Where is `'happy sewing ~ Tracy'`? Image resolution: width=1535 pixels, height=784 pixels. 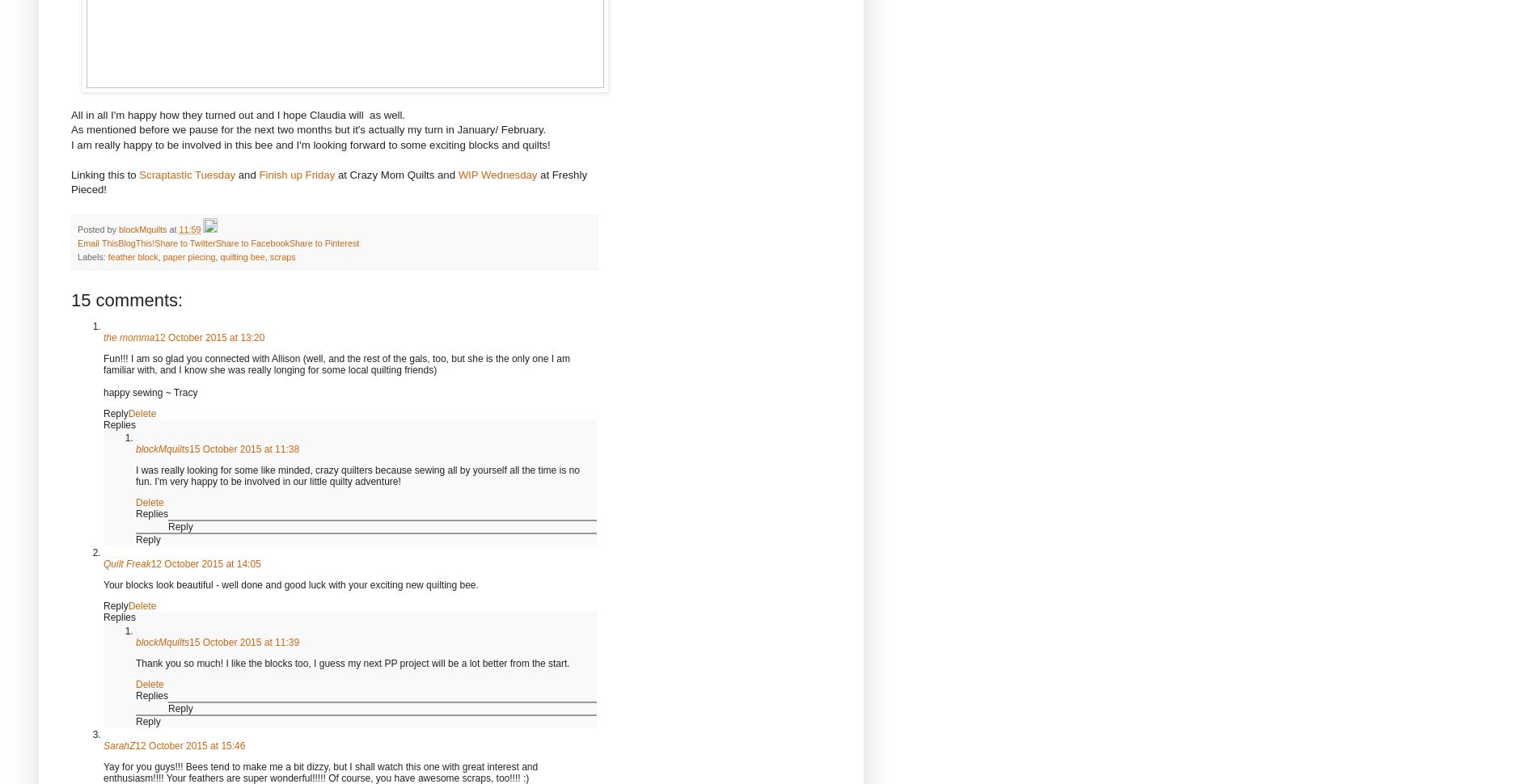 'happy sewing ~ Tracy' is located at coordinates (150, 392).